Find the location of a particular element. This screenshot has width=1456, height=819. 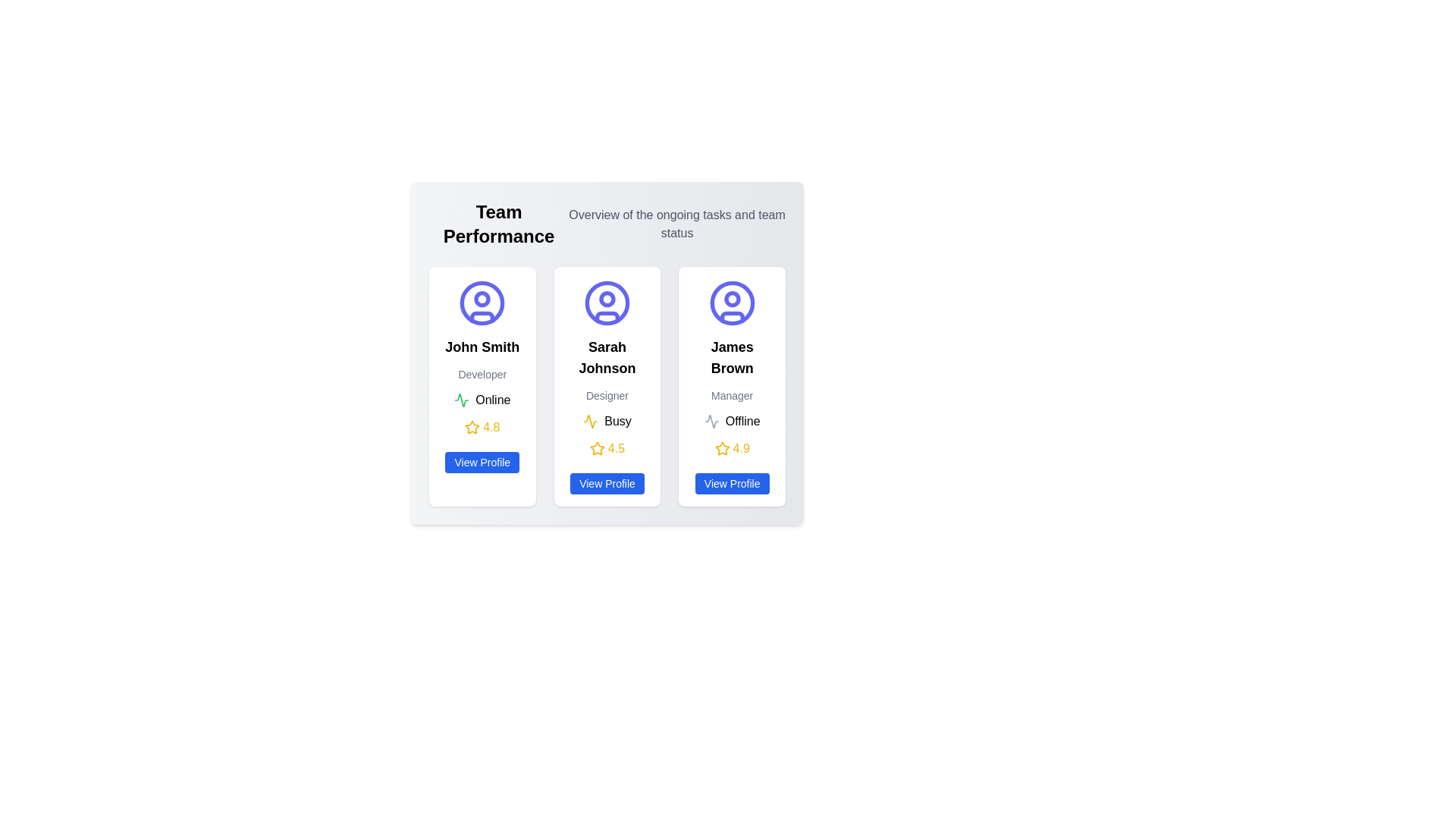

the button that displays 'View Profile' for 'John Smith' is located at coordinates (482, 461).